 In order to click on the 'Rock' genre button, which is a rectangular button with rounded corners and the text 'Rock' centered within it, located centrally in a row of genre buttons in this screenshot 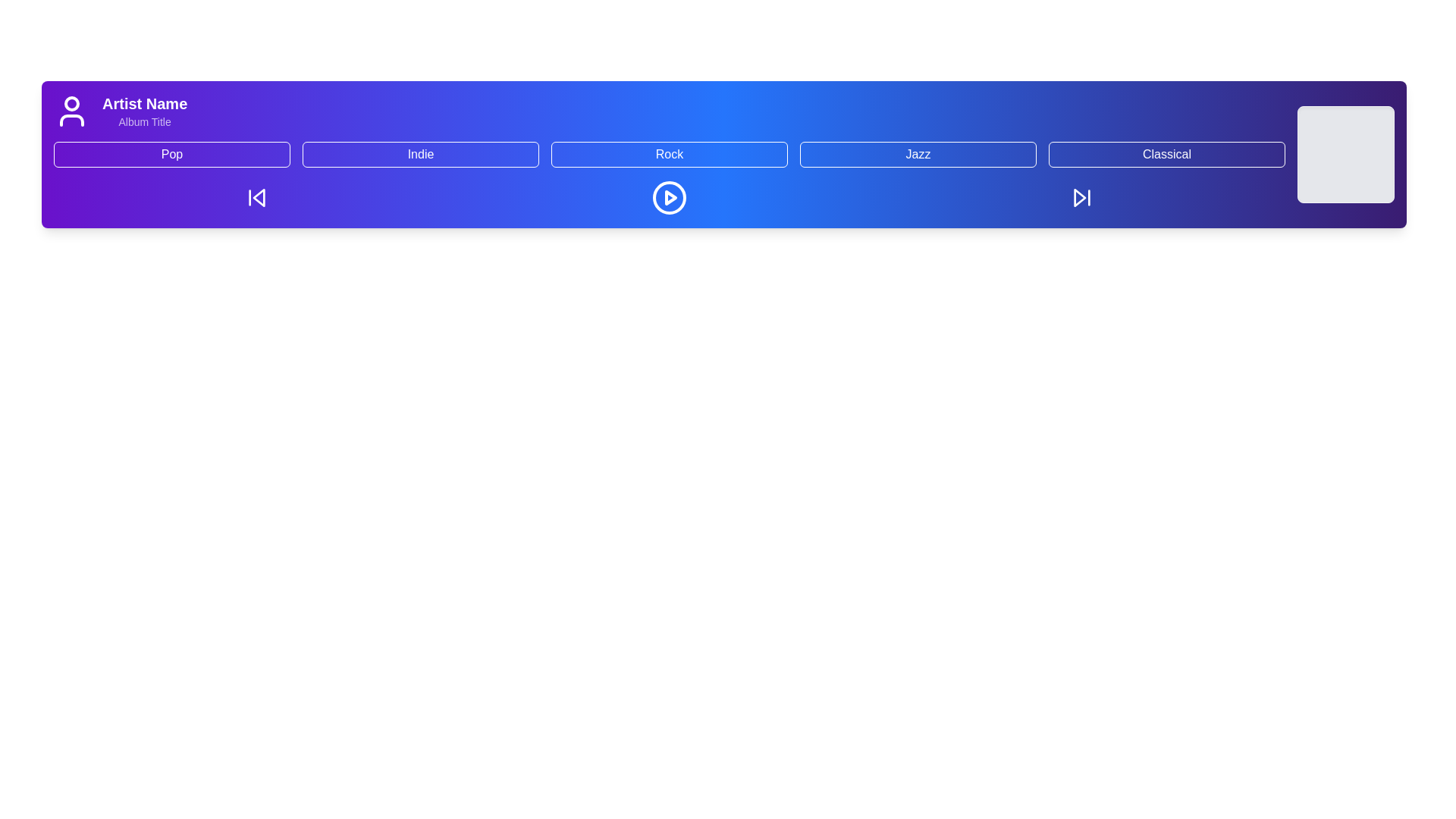, I will do `click(669, 155)`.